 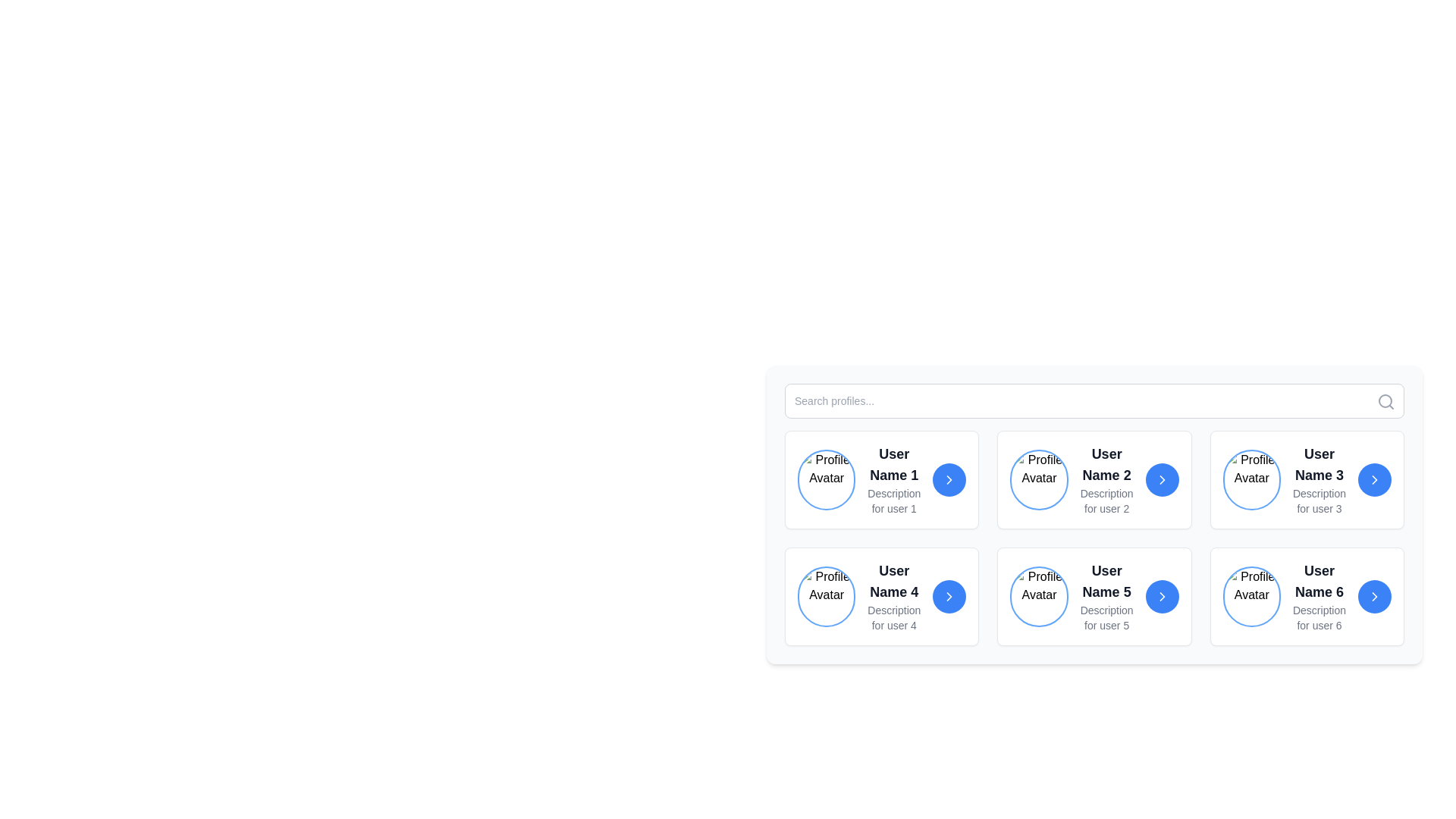 I want to click on the circular button with a blue background and a white right-chevron icon, located in the lower-right section of the 'User Name 5' card, to observe its visual response, so click(x=1161, y=595).